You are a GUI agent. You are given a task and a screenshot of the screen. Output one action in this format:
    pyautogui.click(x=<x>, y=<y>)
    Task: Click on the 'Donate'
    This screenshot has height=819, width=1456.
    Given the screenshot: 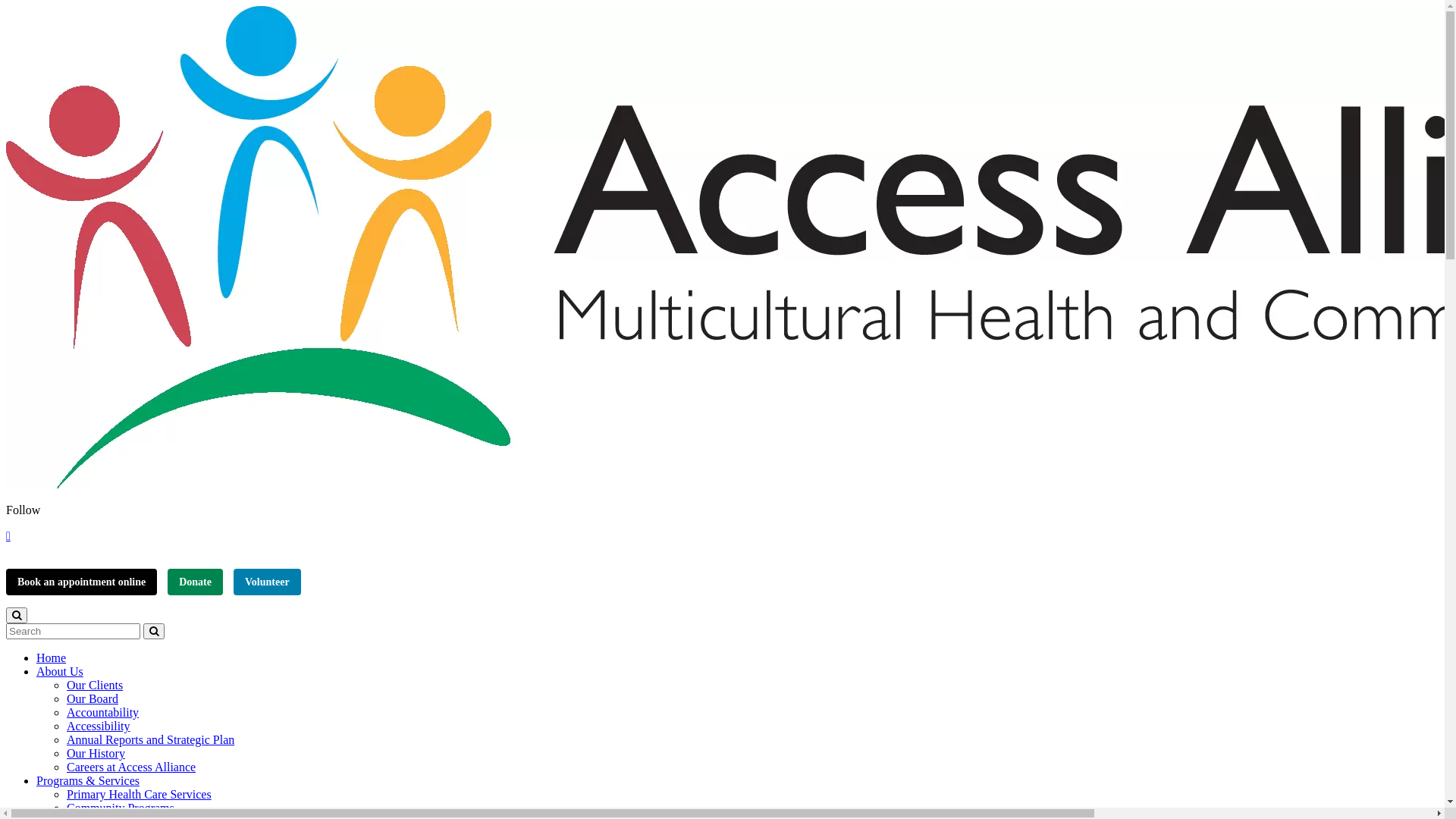 What is the action you would take?
    pyautogui.click(x=194, y=581)
    